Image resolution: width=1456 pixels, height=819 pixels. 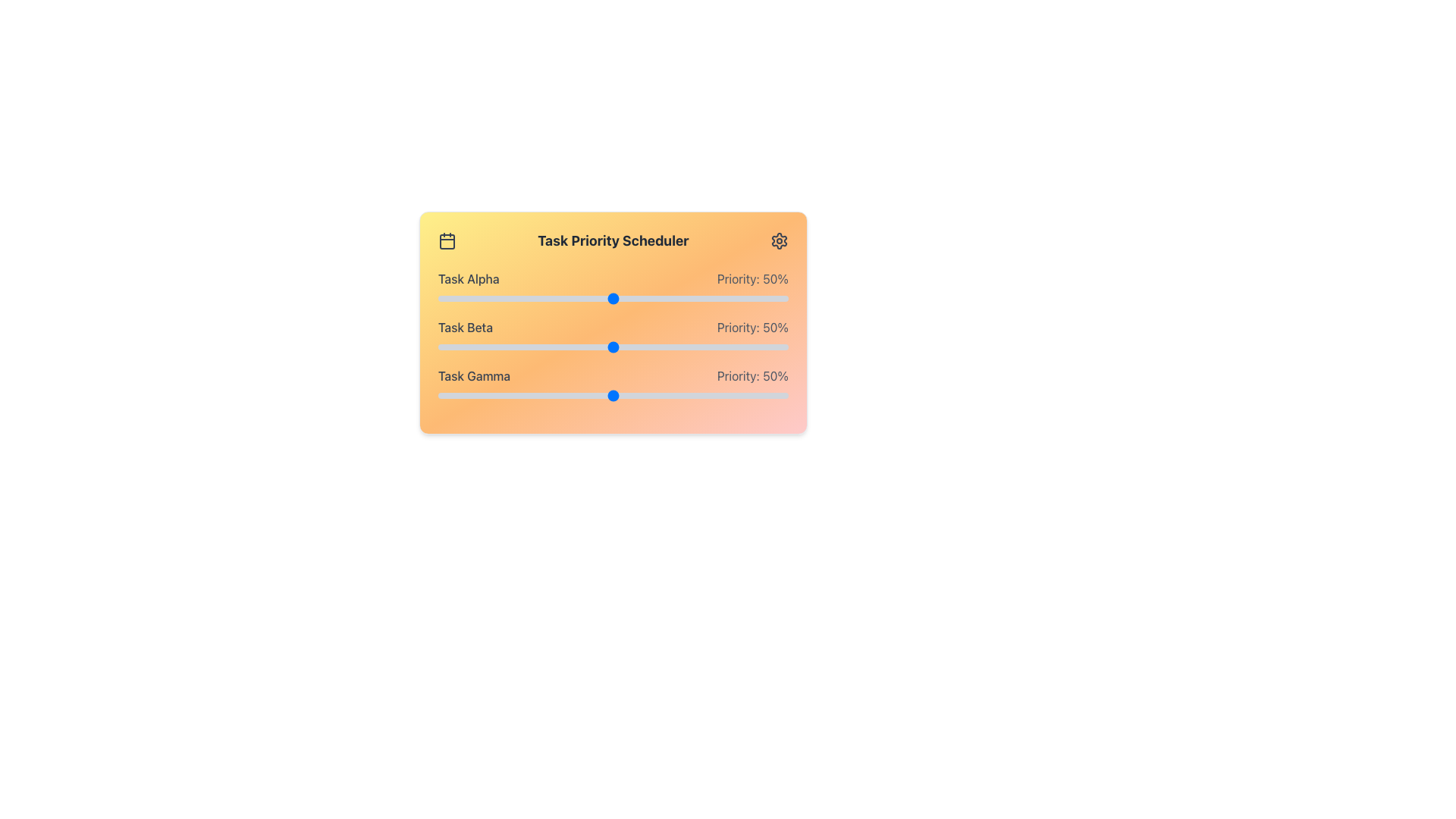 What do you see at coordinates (689, 394) in the screenshot?
I see `the priority of Task Gamma` at bounding box center [689, 394].